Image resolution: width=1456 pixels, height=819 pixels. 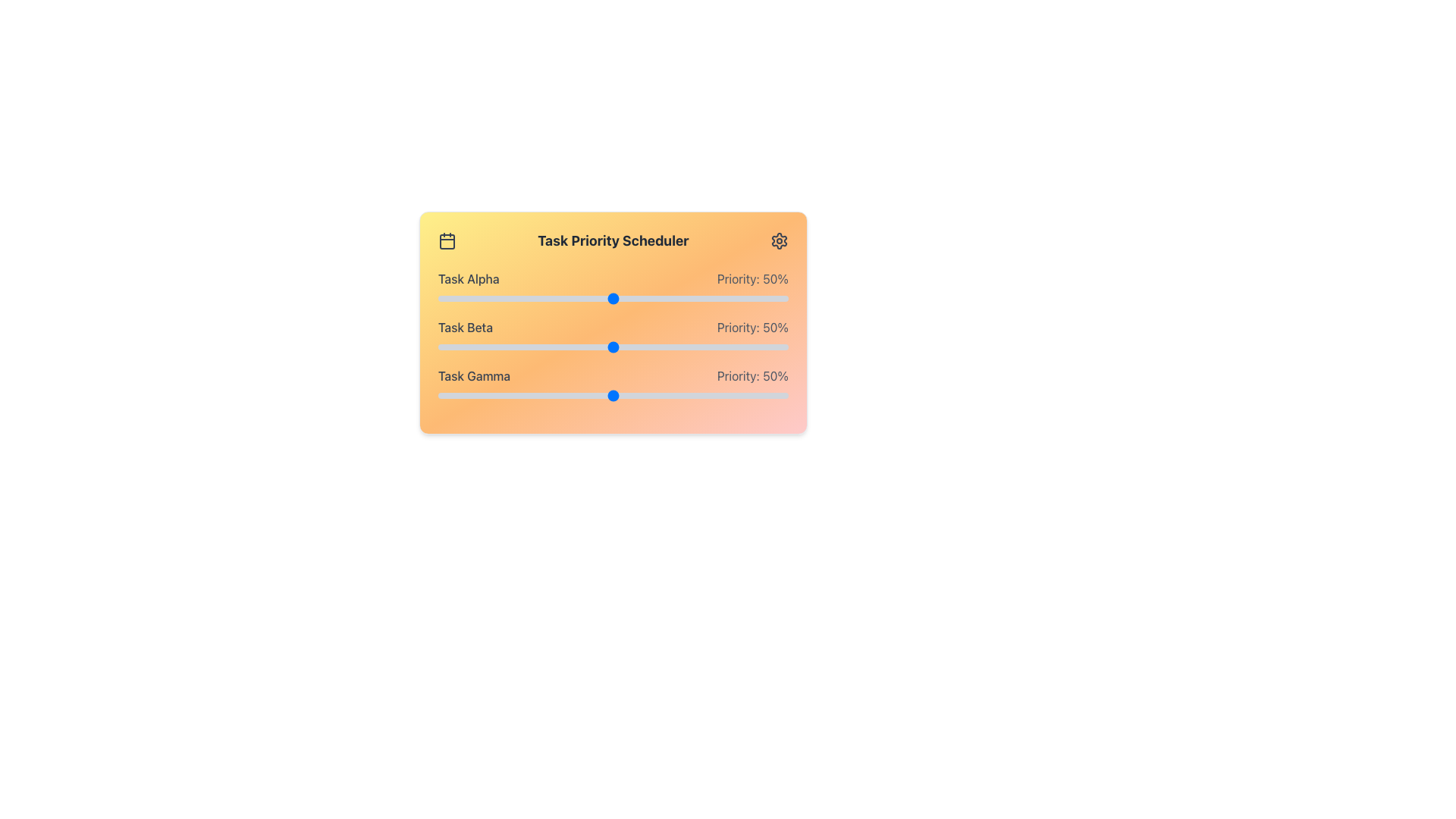 What do you see at coordinates (689, 394) in the screenshot?
I see `the priority of Task Gamma` at bounding box center [689, 394].